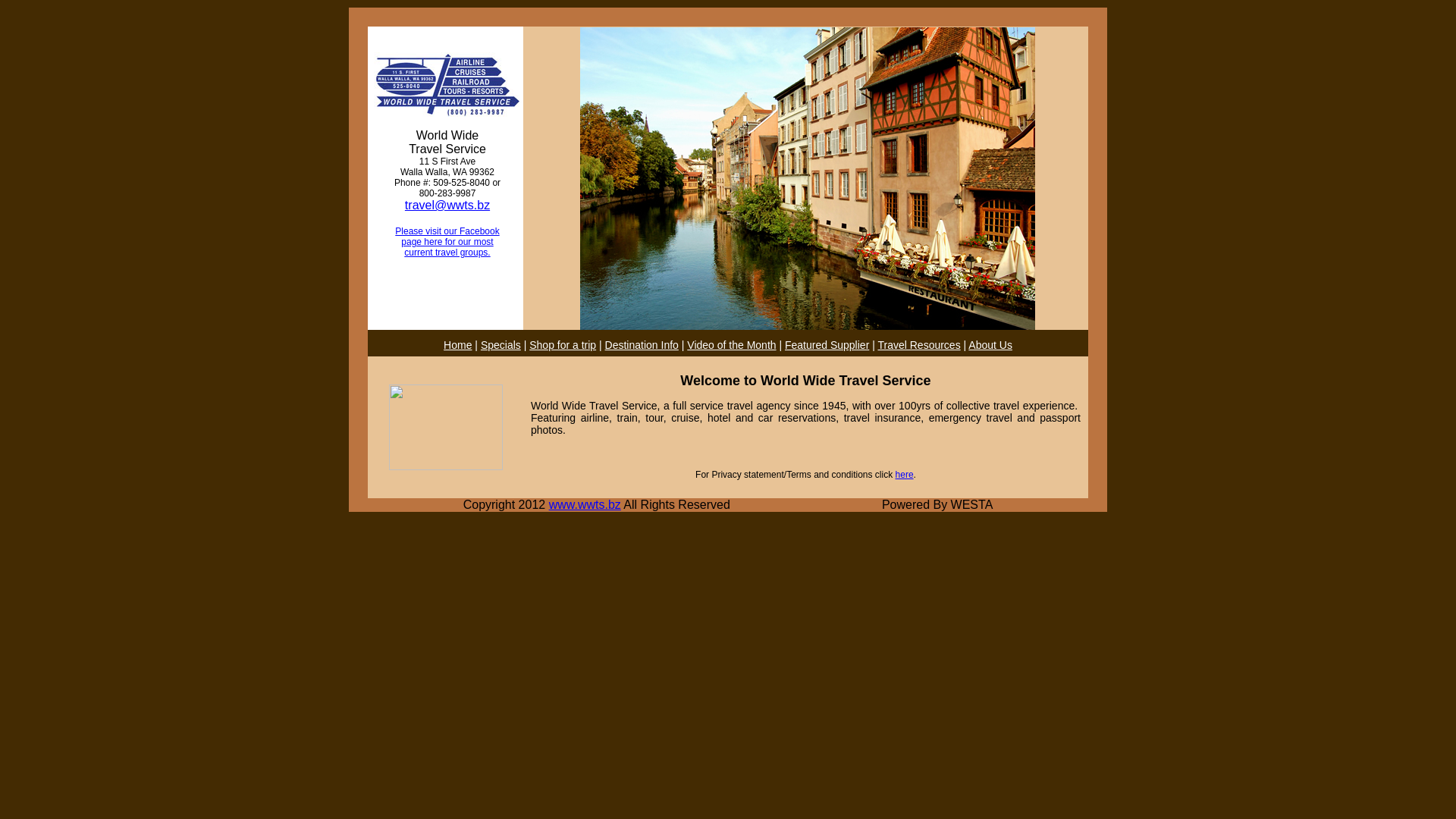  Describe the element at coordinates (877, 345) in the screenshot. I see `'Travel Resources'` at that location.